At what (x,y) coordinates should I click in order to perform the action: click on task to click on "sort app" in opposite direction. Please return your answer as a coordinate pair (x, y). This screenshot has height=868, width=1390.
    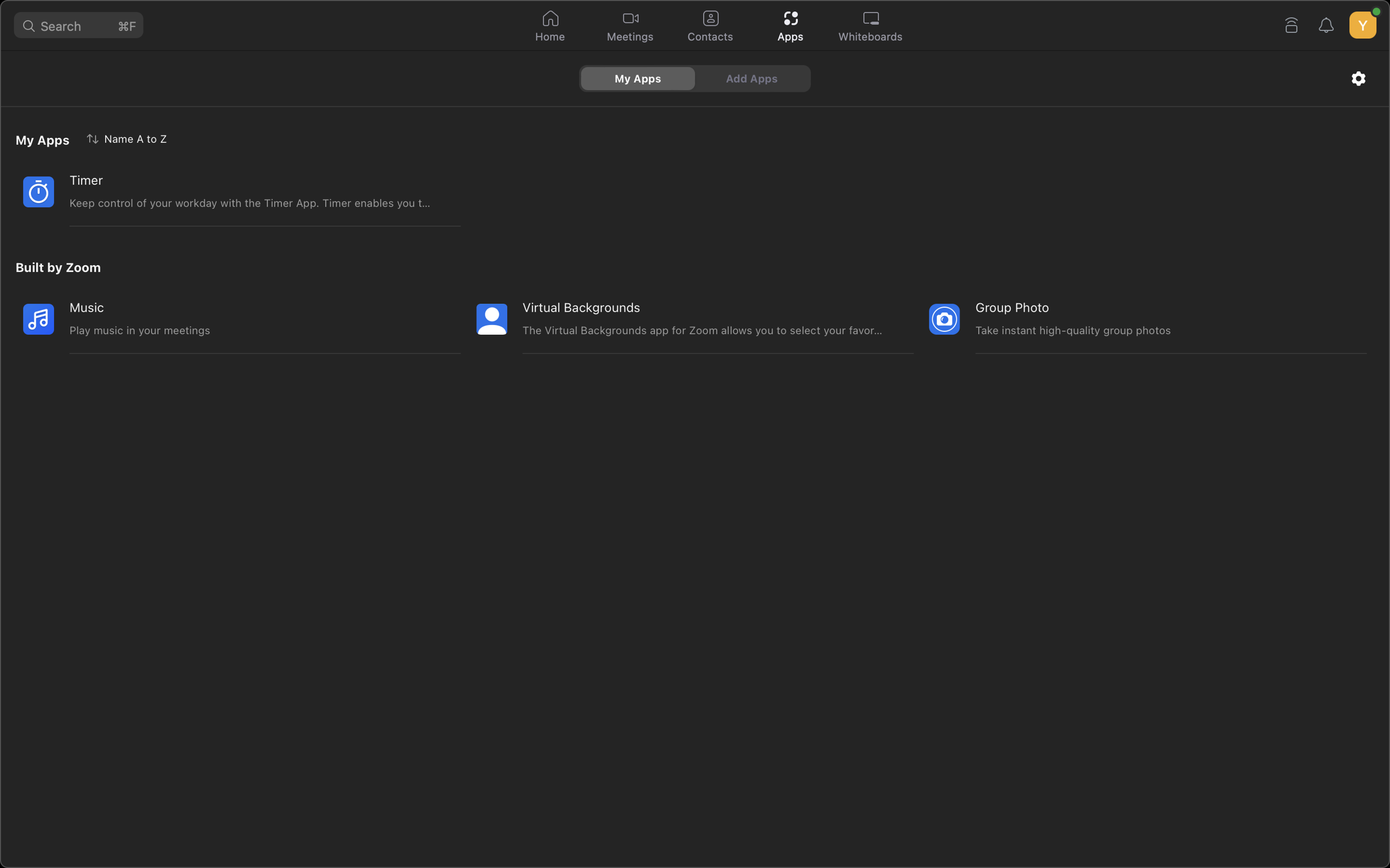
    Looking at the image, I should click on (129, 137).